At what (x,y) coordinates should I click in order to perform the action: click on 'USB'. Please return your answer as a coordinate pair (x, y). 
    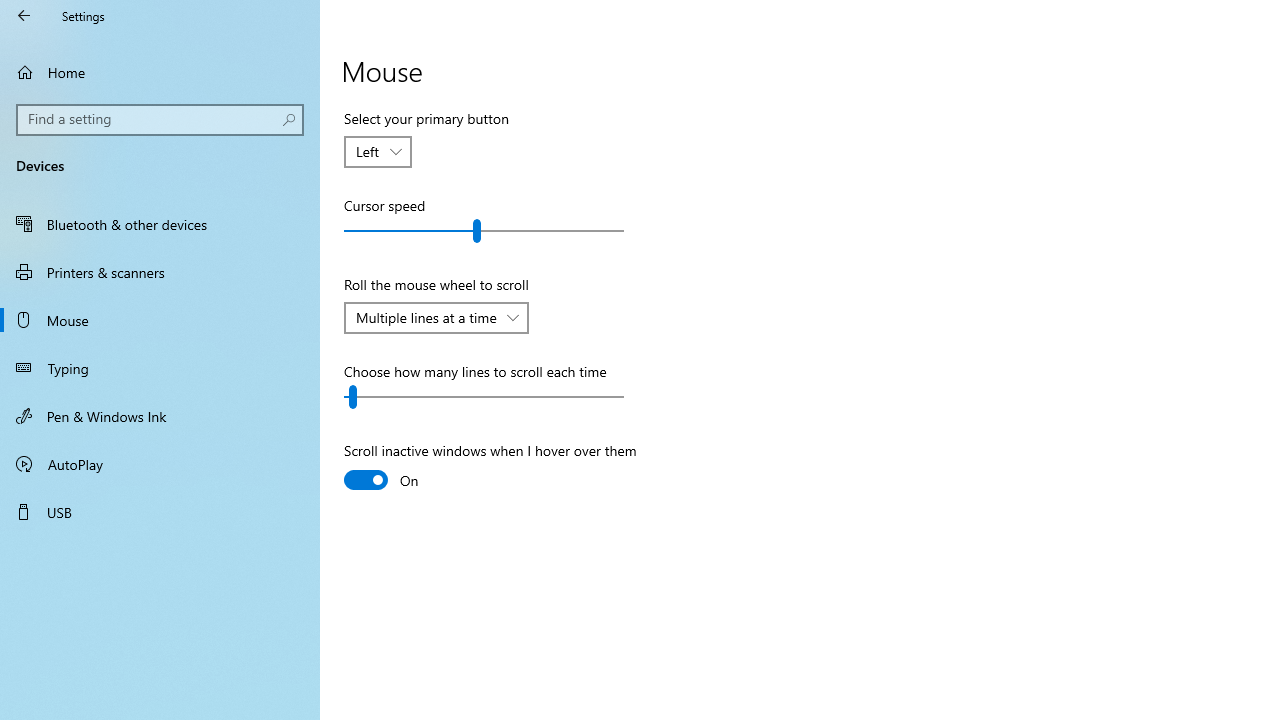
    Looking at the image, I should click on (160, 510).